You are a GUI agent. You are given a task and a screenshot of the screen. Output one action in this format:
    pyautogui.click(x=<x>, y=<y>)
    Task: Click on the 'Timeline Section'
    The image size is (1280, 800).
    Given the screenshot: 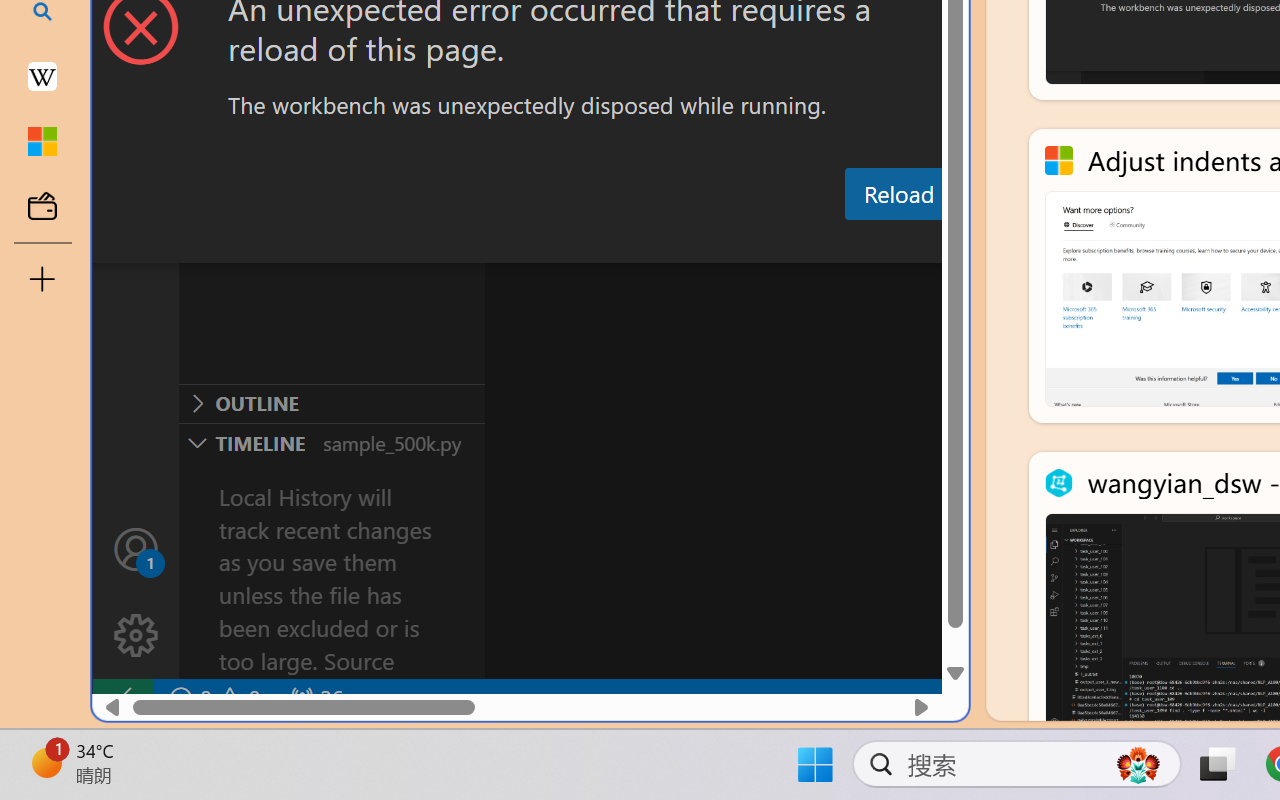 What is the action you would take?
    pyautogui.click(x=331, y=441)
    